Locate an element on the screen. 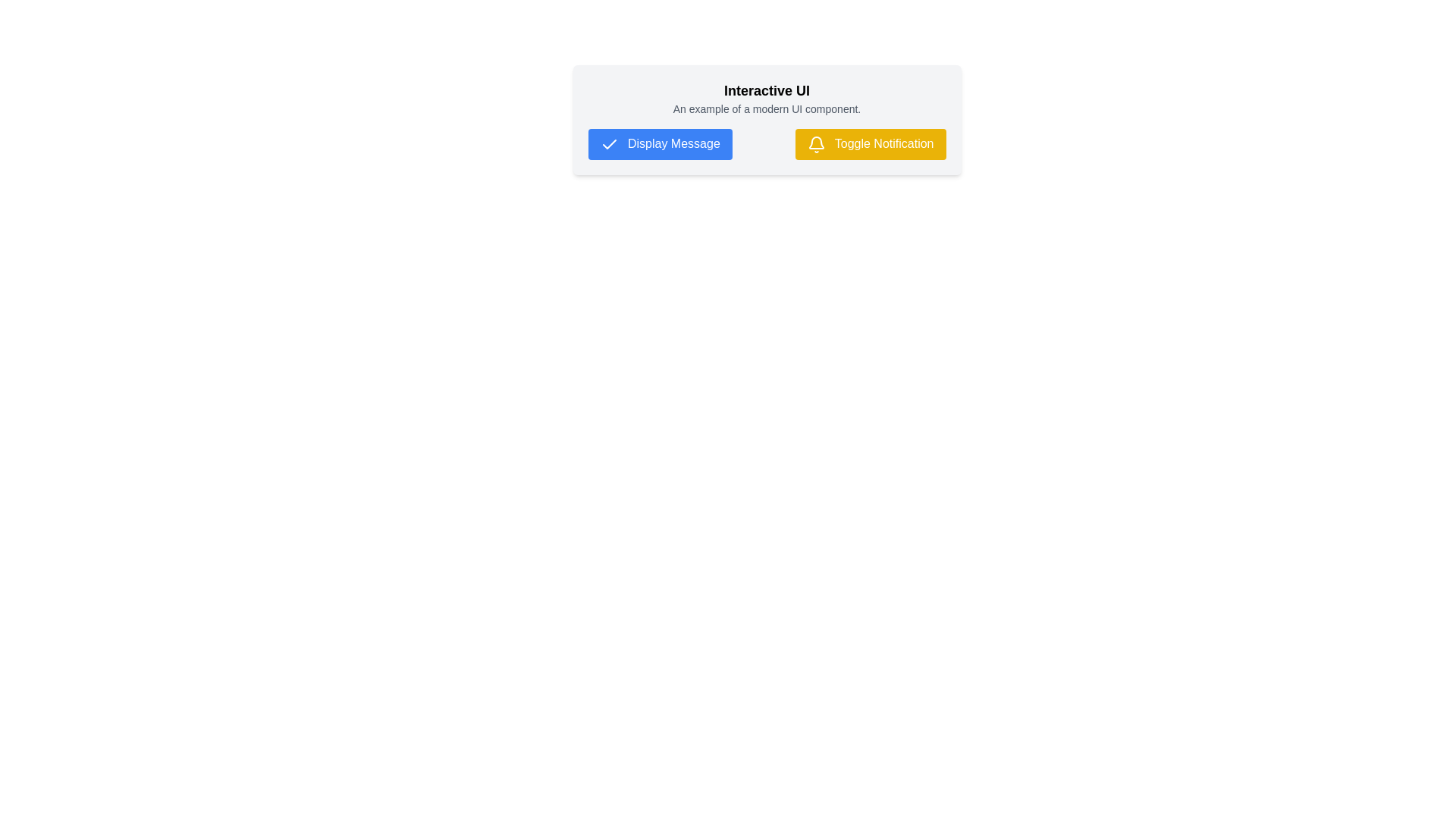  the 'Toggle Notification' button, which has a yellow background and white text is located at coordinates (870, 144).